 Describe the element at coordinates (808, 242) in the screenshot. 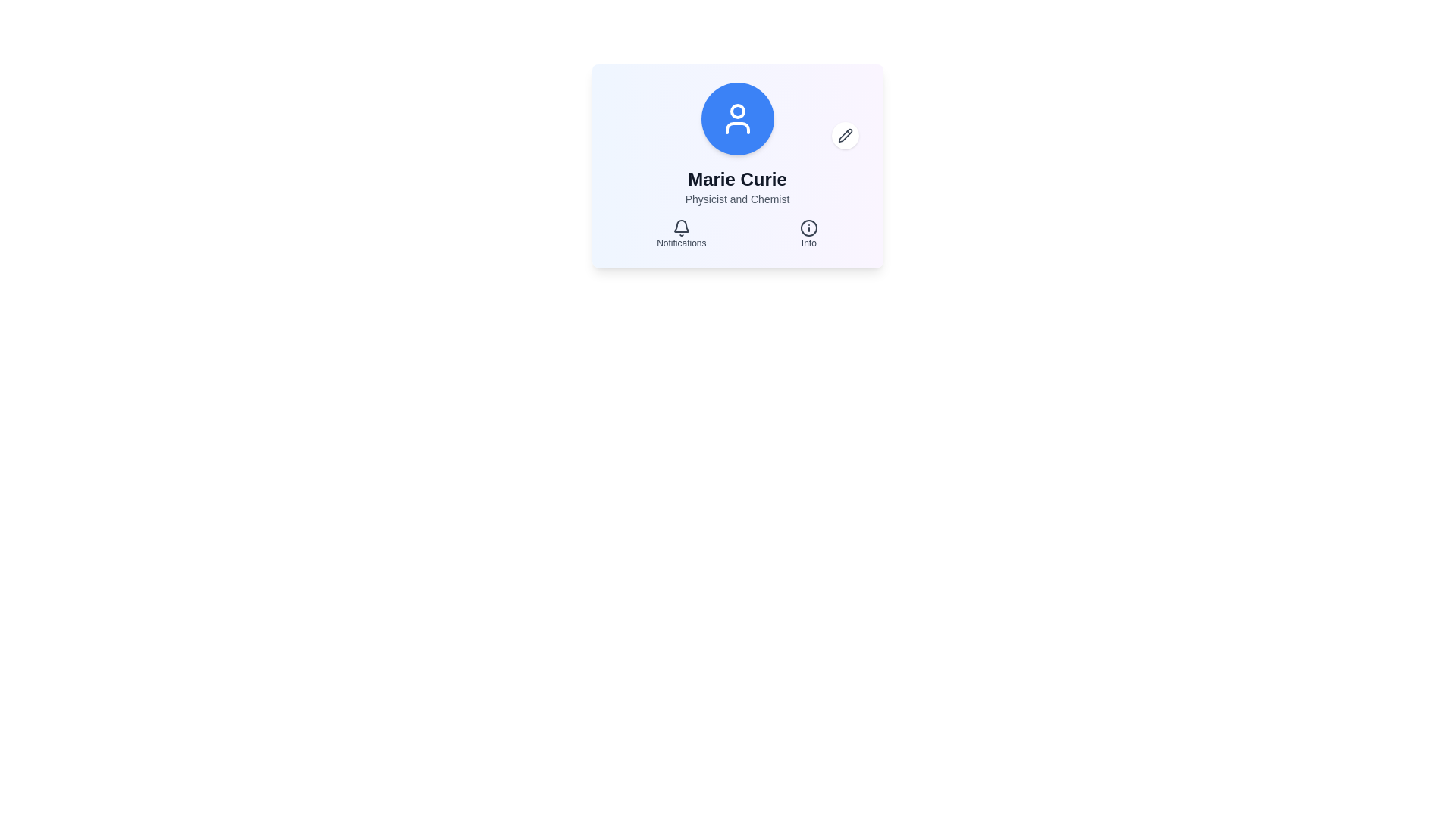

I see `the 'Info' text label styled in gray, located directly under the circular icon` at that location.